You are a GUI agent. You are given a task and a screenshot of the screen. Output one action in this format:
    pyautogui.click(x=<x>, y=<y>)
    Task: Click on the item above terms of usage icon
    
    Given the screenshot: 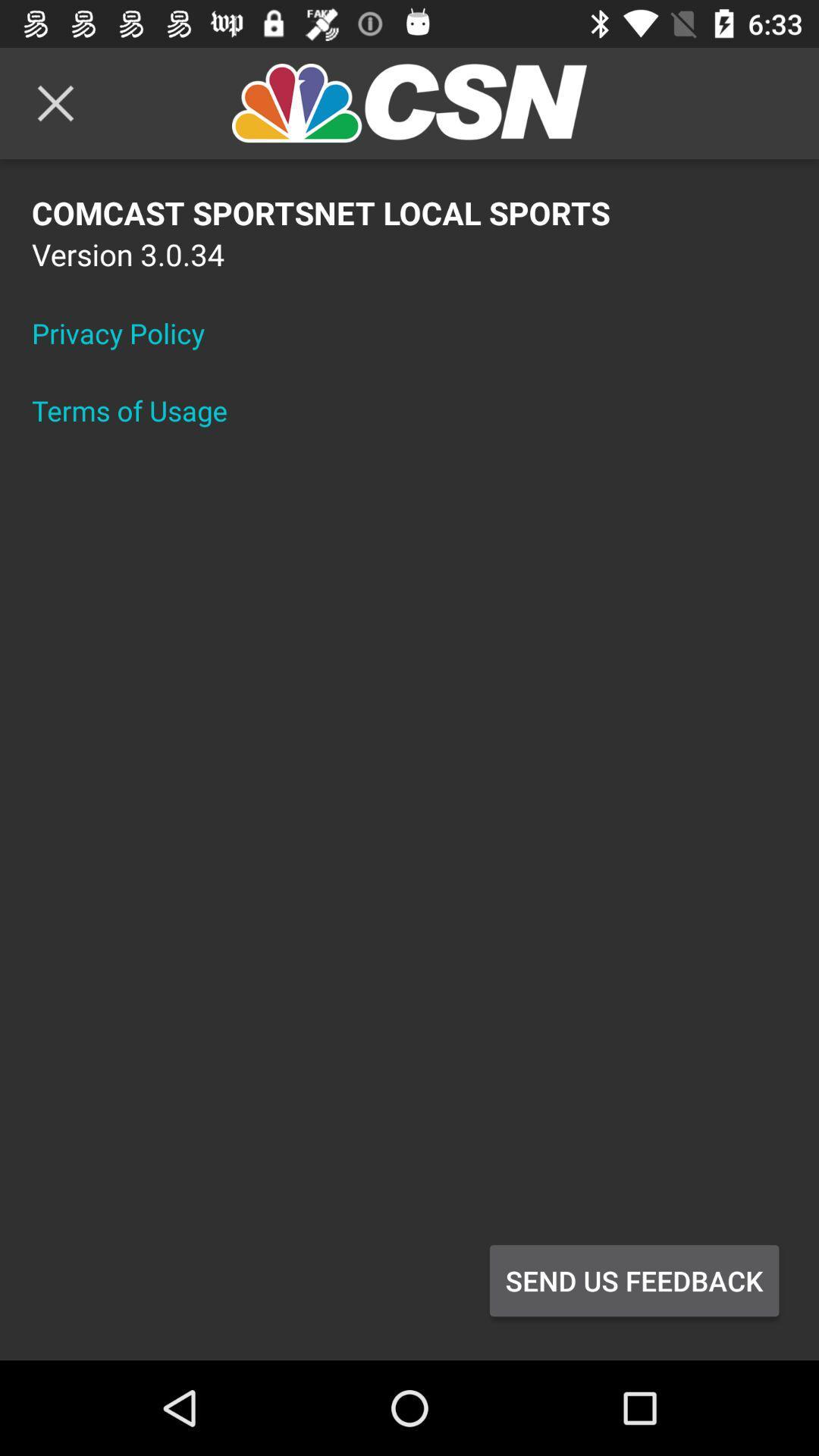 What is the action you would take?
    pyautogui.click(x=127, y=332)
    